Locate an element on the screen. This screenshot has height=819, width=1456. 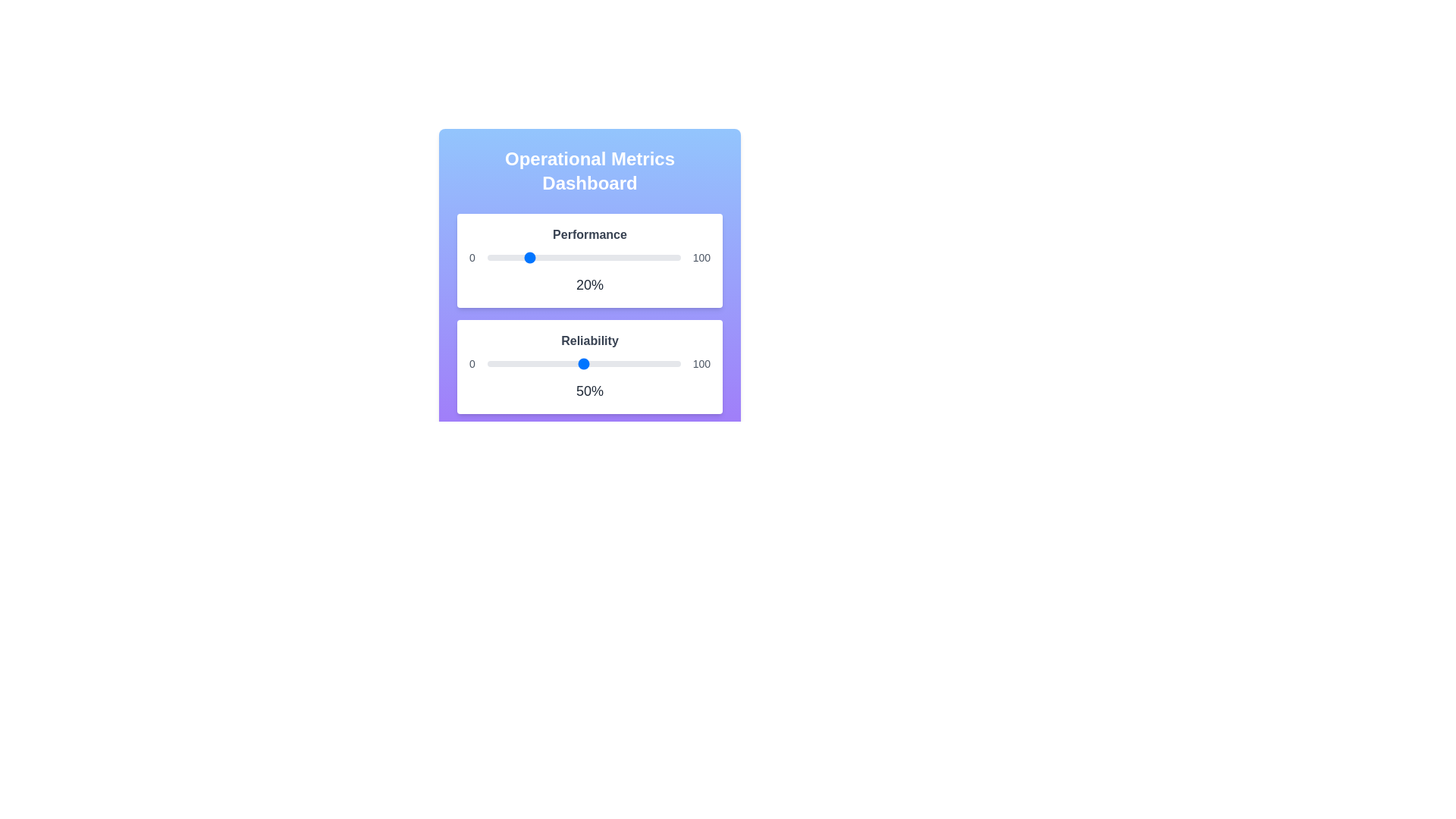
the reliability slider is located at coordinates (613, 363).